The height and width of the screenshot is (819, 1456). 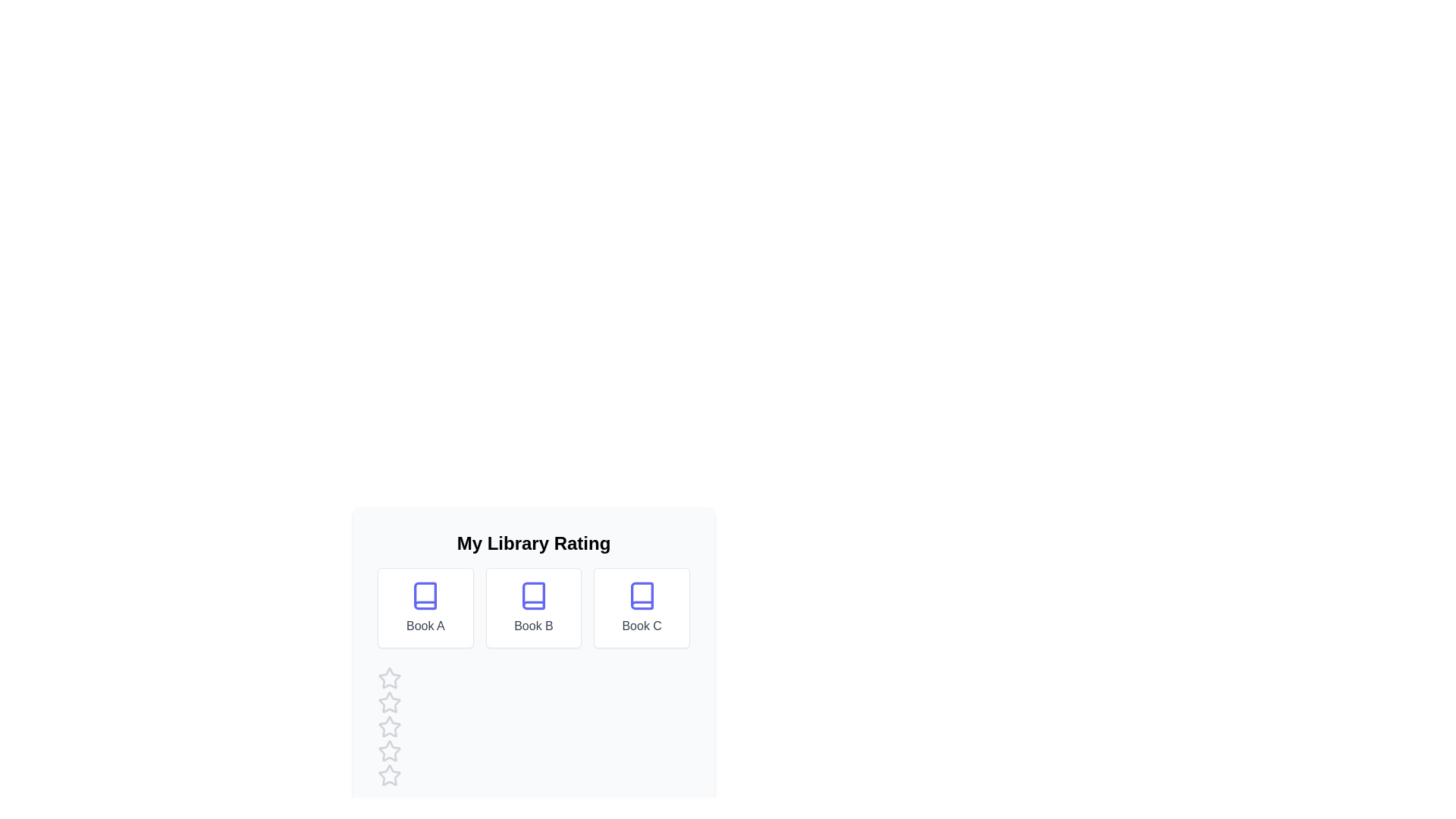 I want to click on the book name Book B to select the text, so click(x=534, y=626).